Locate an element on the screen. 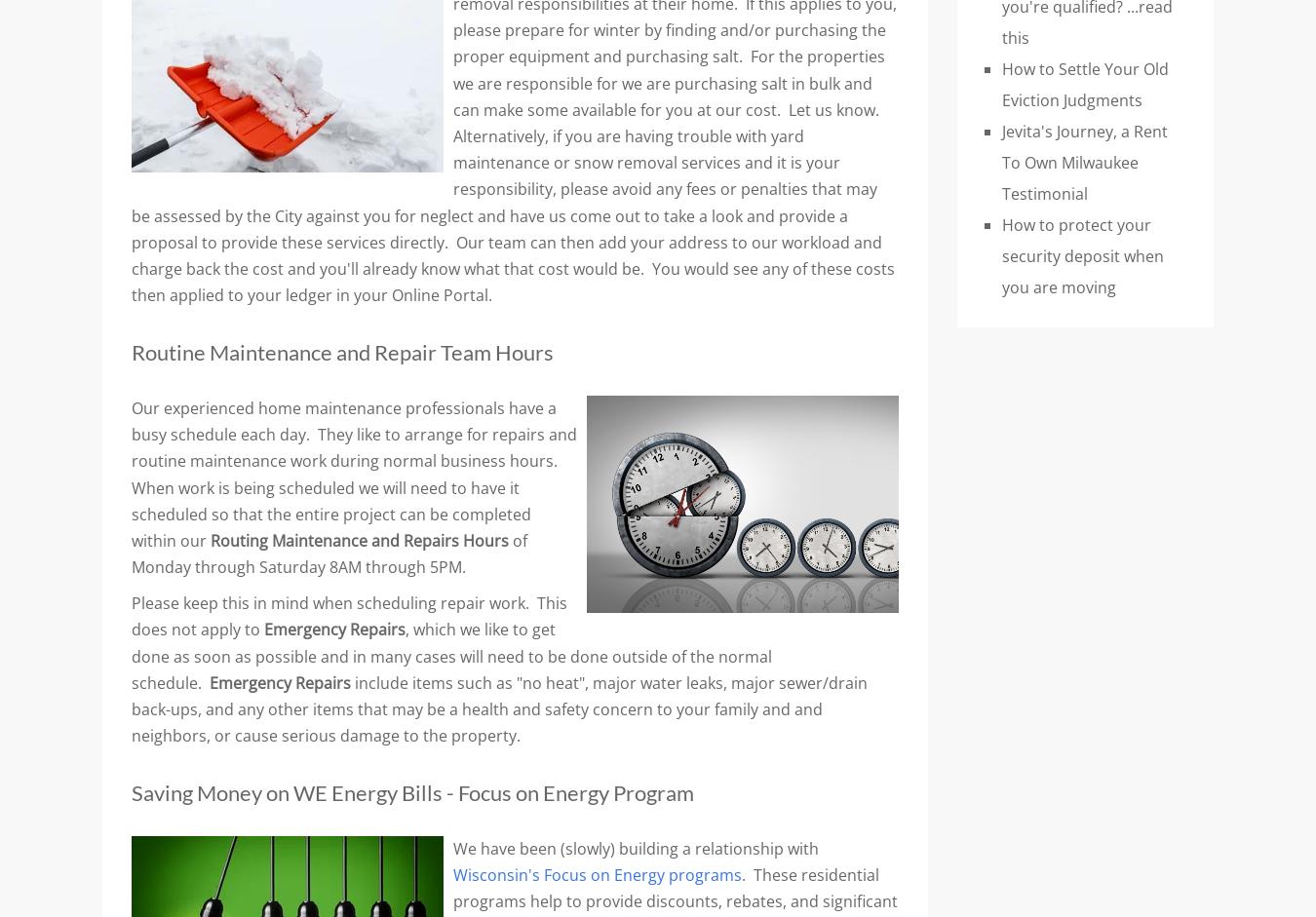 The width and height of the screenshot is (1316, 917). 'Please keep this in mind when scheduling repair work.  This does not apply to' is located at coordinates (349, 616).